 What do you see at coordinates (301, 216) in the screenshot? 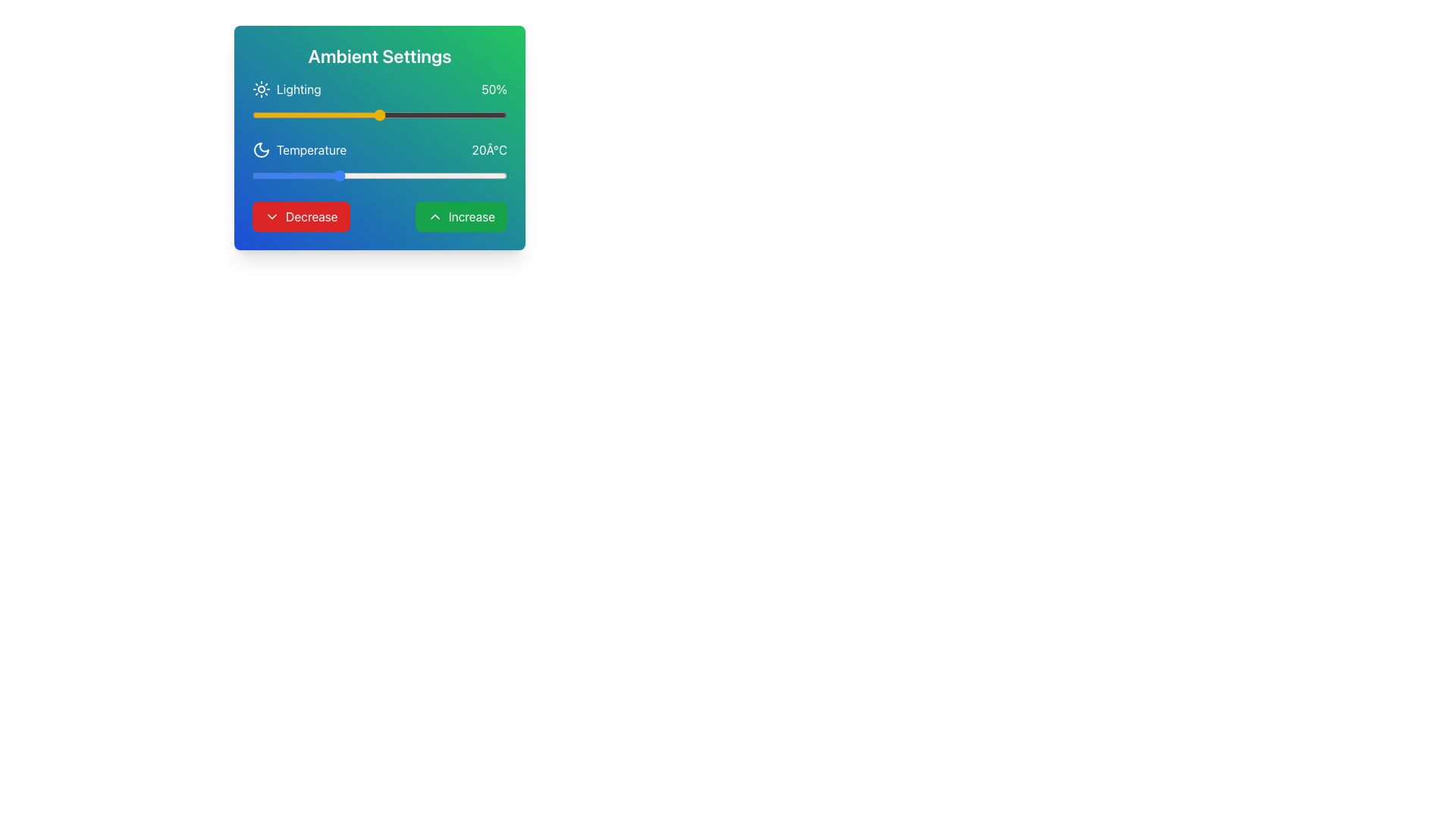
I see `the bright red 'Decrease' button with rounded corners and a downward-pointing chevron icon` at bounding box center [301, 216].